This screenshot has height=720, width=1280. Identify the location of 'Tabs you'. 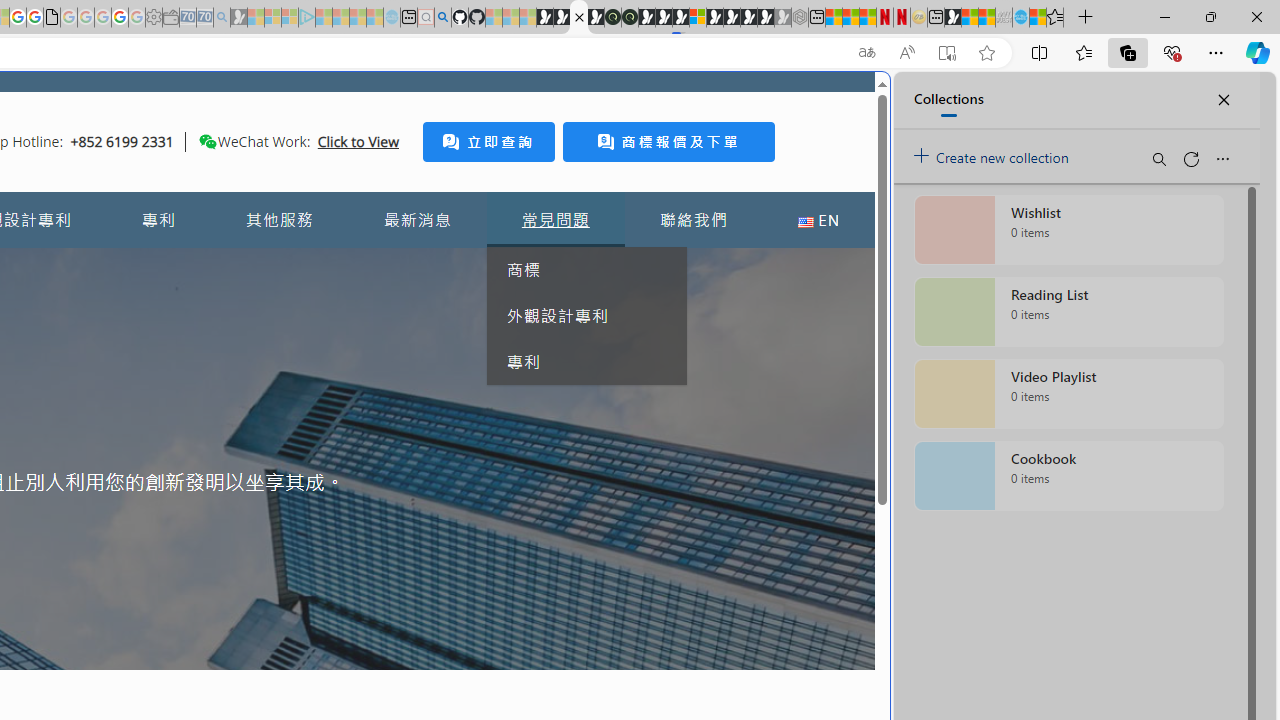
(276, 265).